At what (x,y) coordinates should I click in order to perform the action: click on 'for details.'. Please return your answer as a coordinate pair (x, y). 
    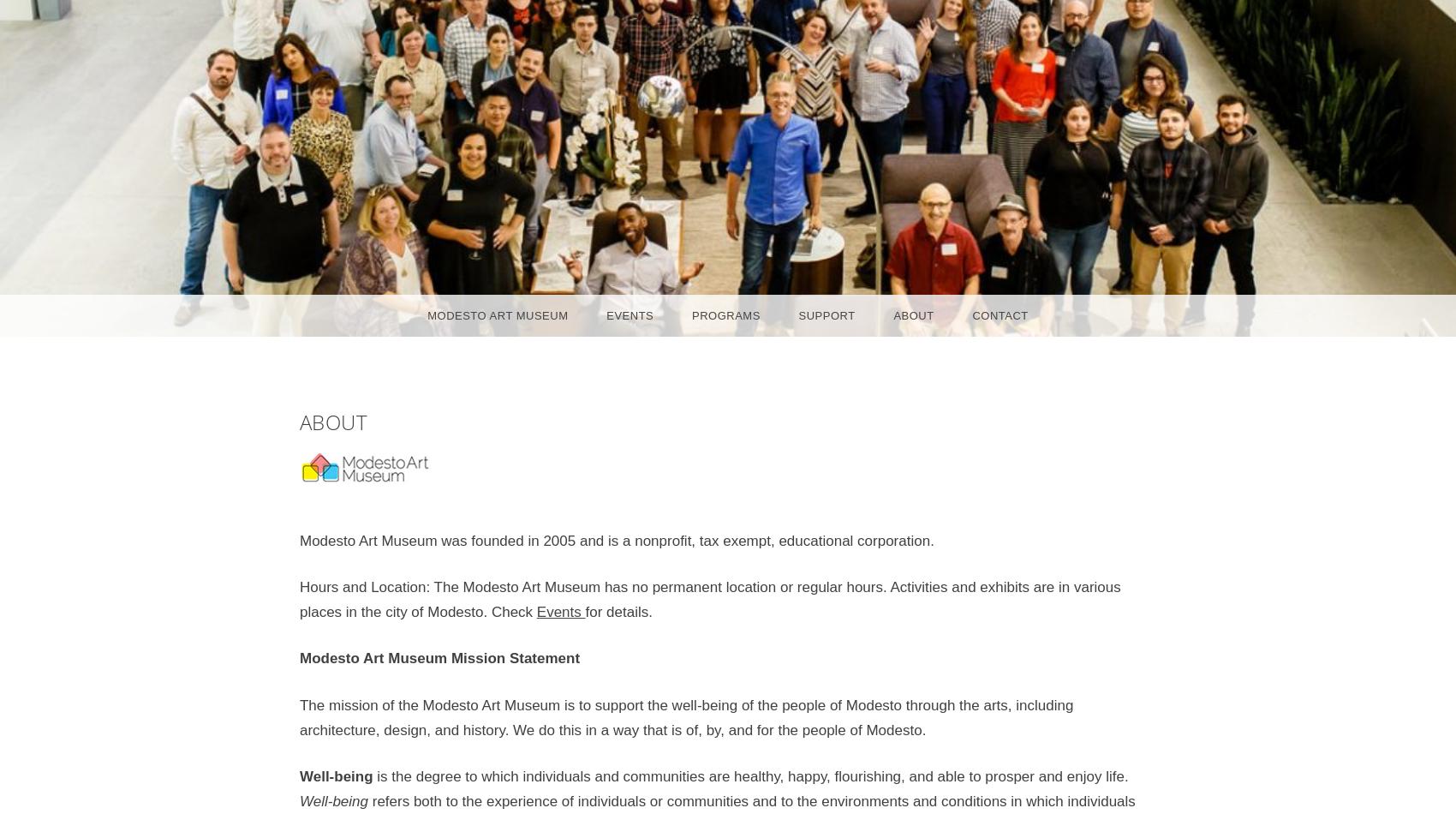
    Looking at the image, I should click on (618, 611).